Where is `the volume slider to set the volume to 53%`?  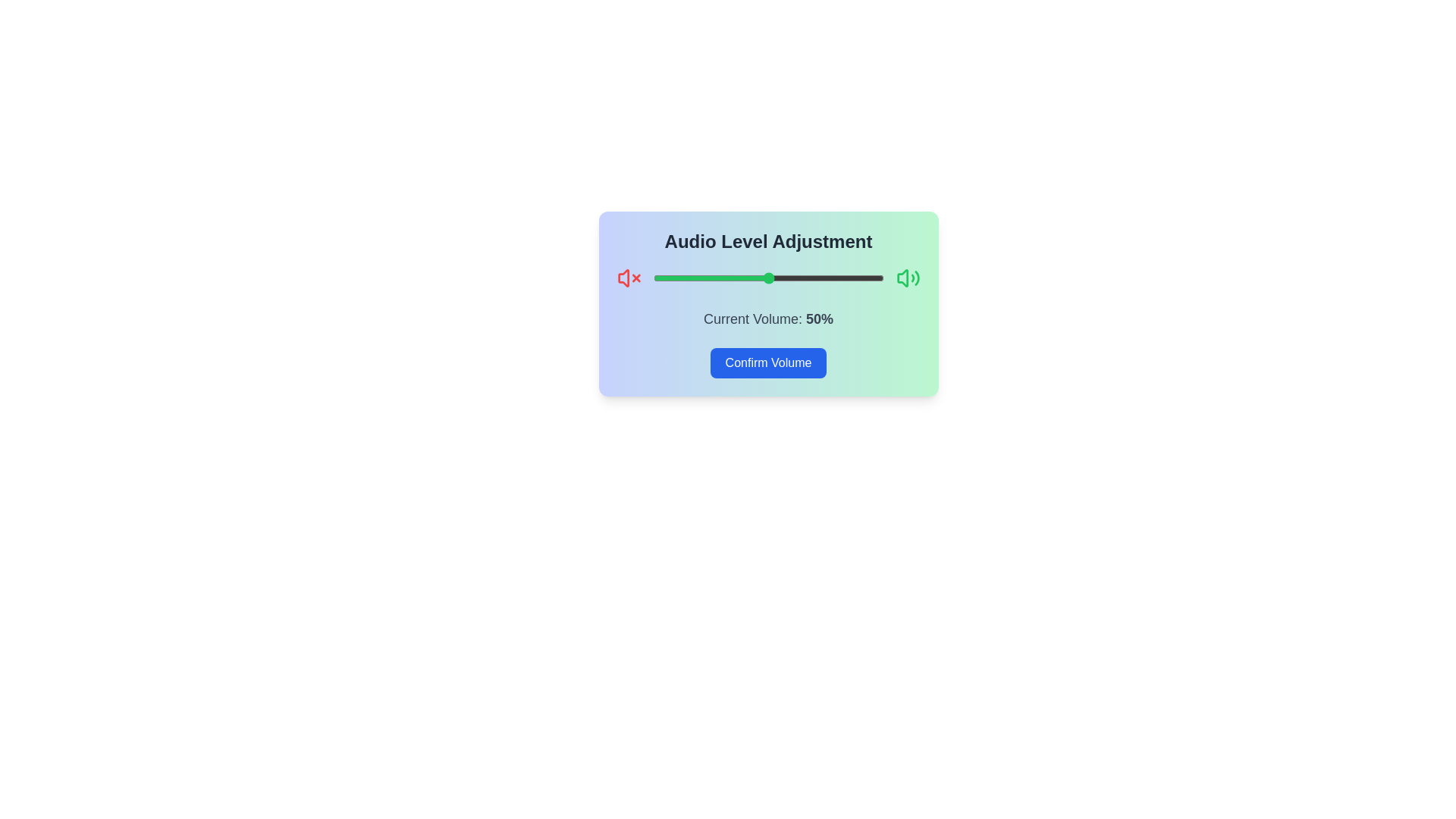
the volume slider to set the volume to 53% is located at coordinates (775, 278).